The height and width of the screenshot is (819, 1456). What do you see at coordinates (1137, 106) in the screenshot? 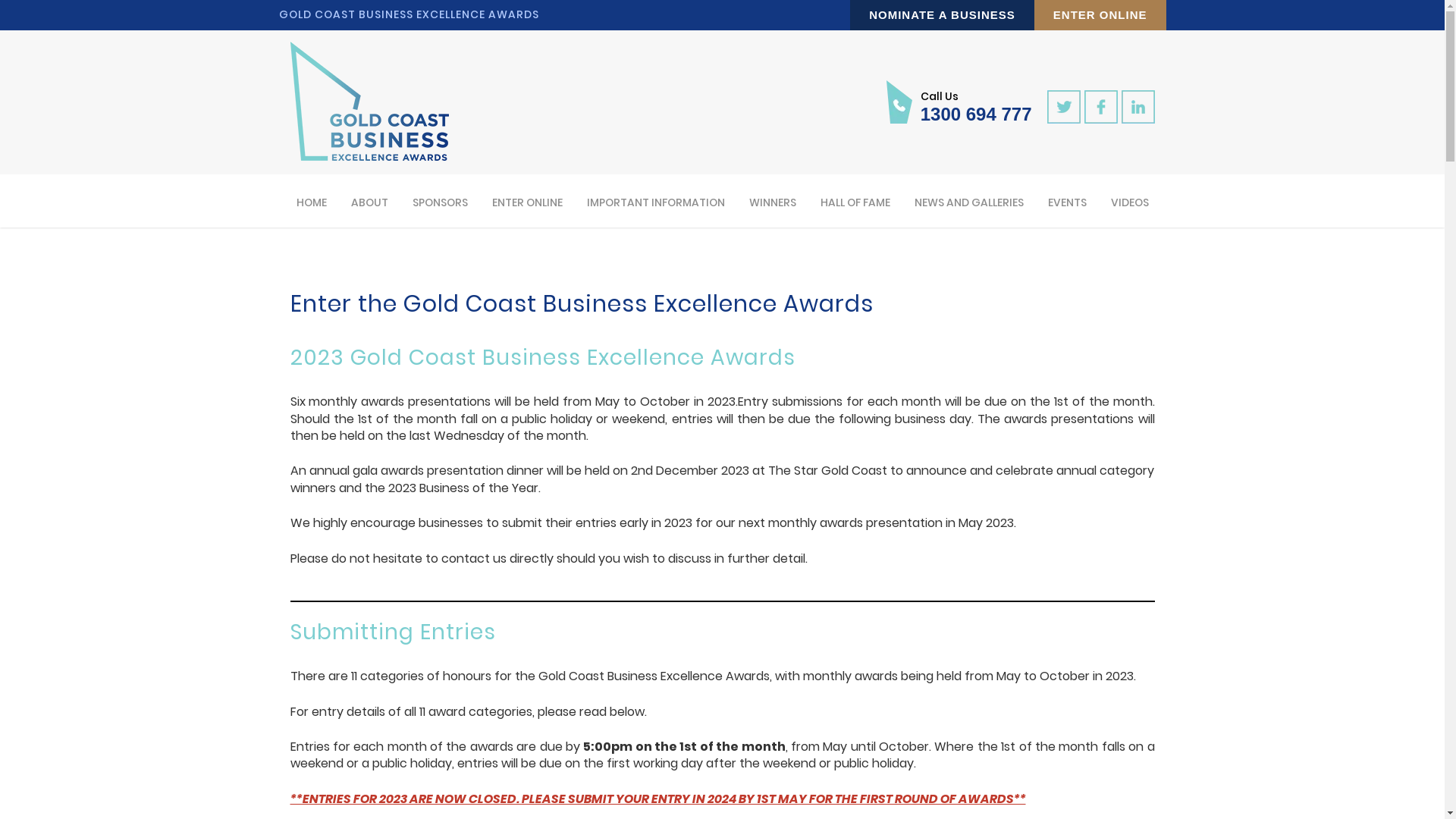
I see `'linkedin'` at bounding box center [1137, 106].